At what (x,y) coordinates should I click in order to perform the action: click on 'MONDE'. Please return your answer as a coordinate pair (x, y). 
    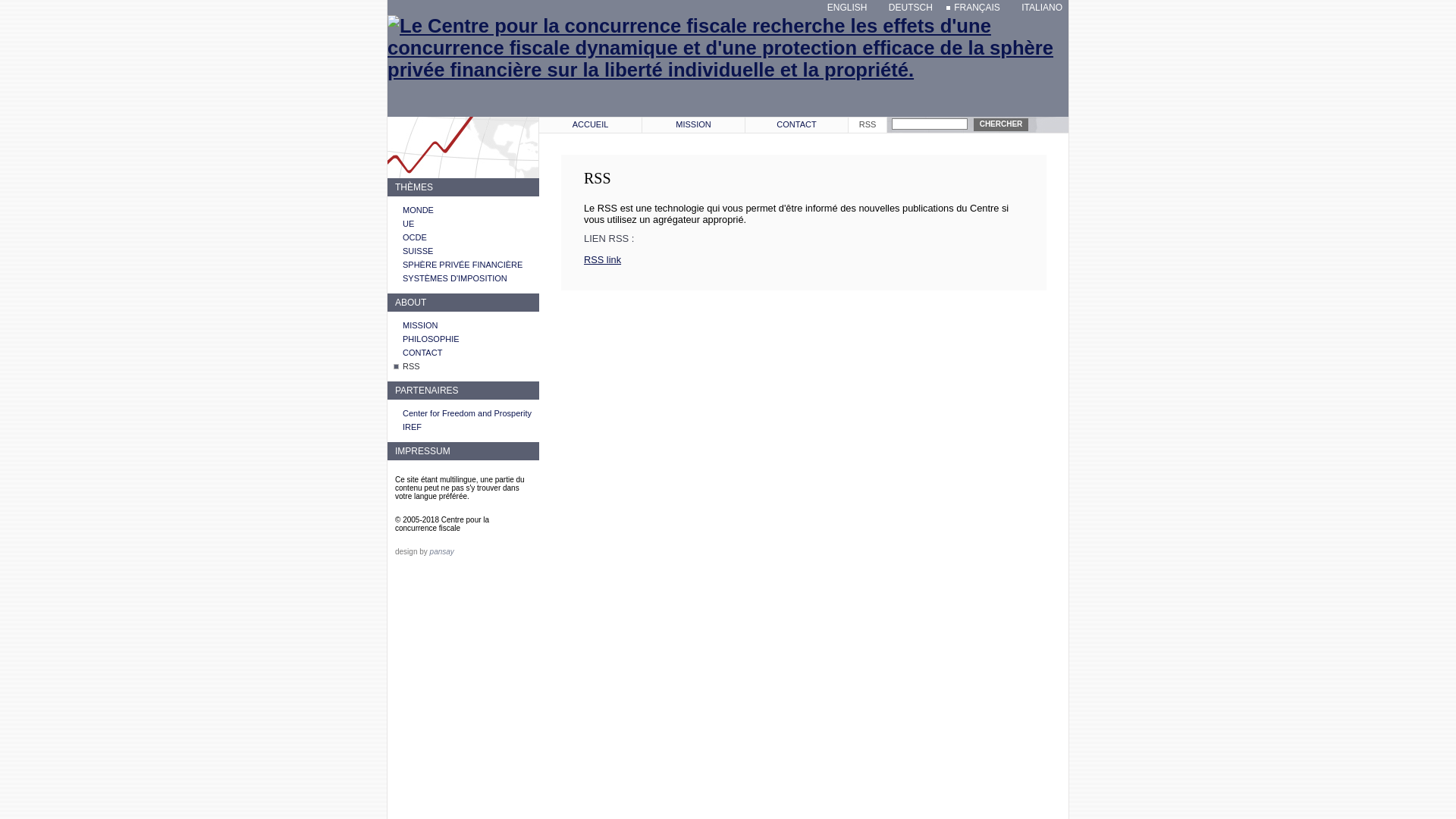
    Looking at the image, I should click on (403, 210).